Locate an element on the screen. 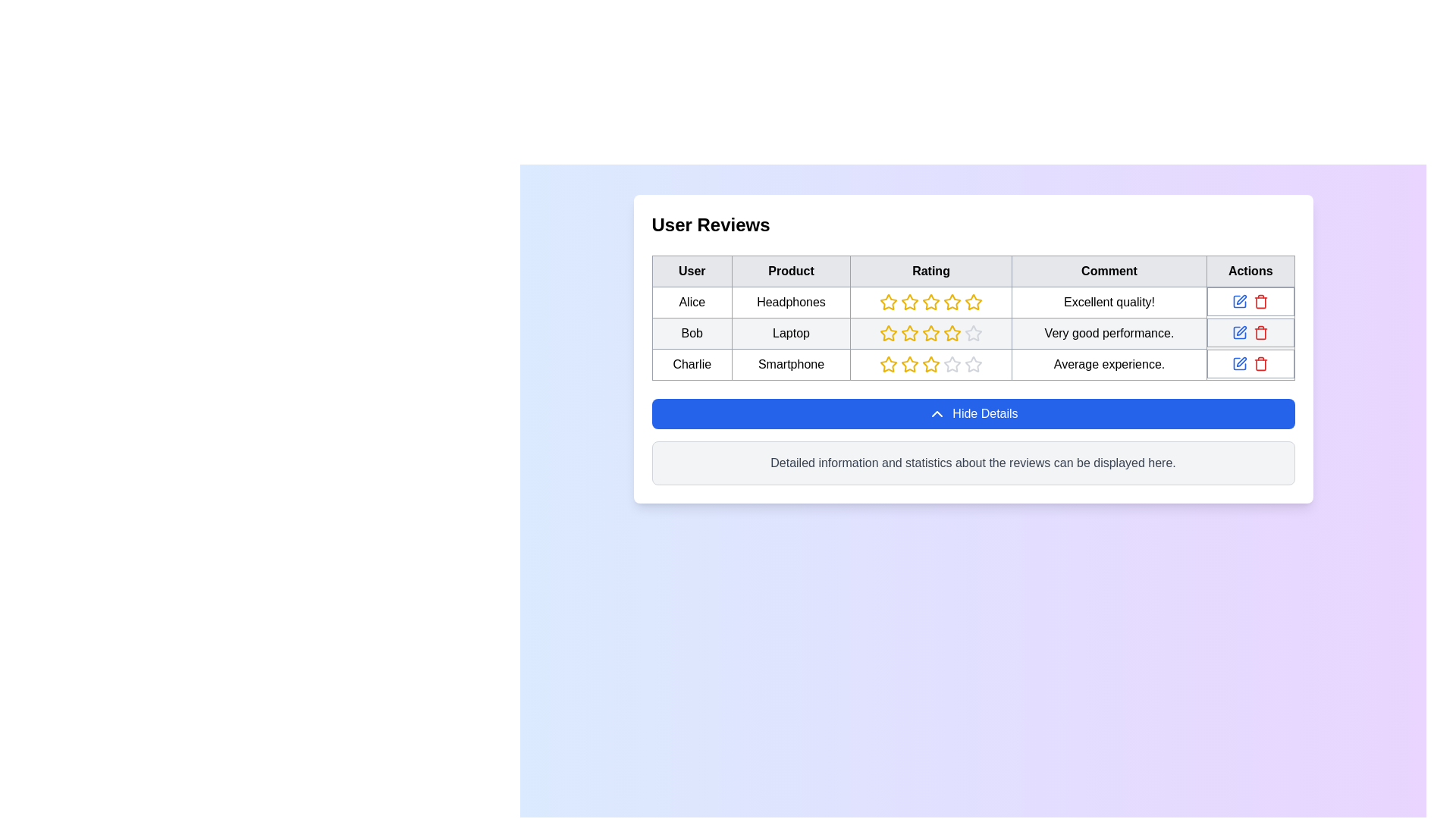  the table cell containing the text 'Smartphone', located in the third row and second column of the table is located at coordinates (790, 365).